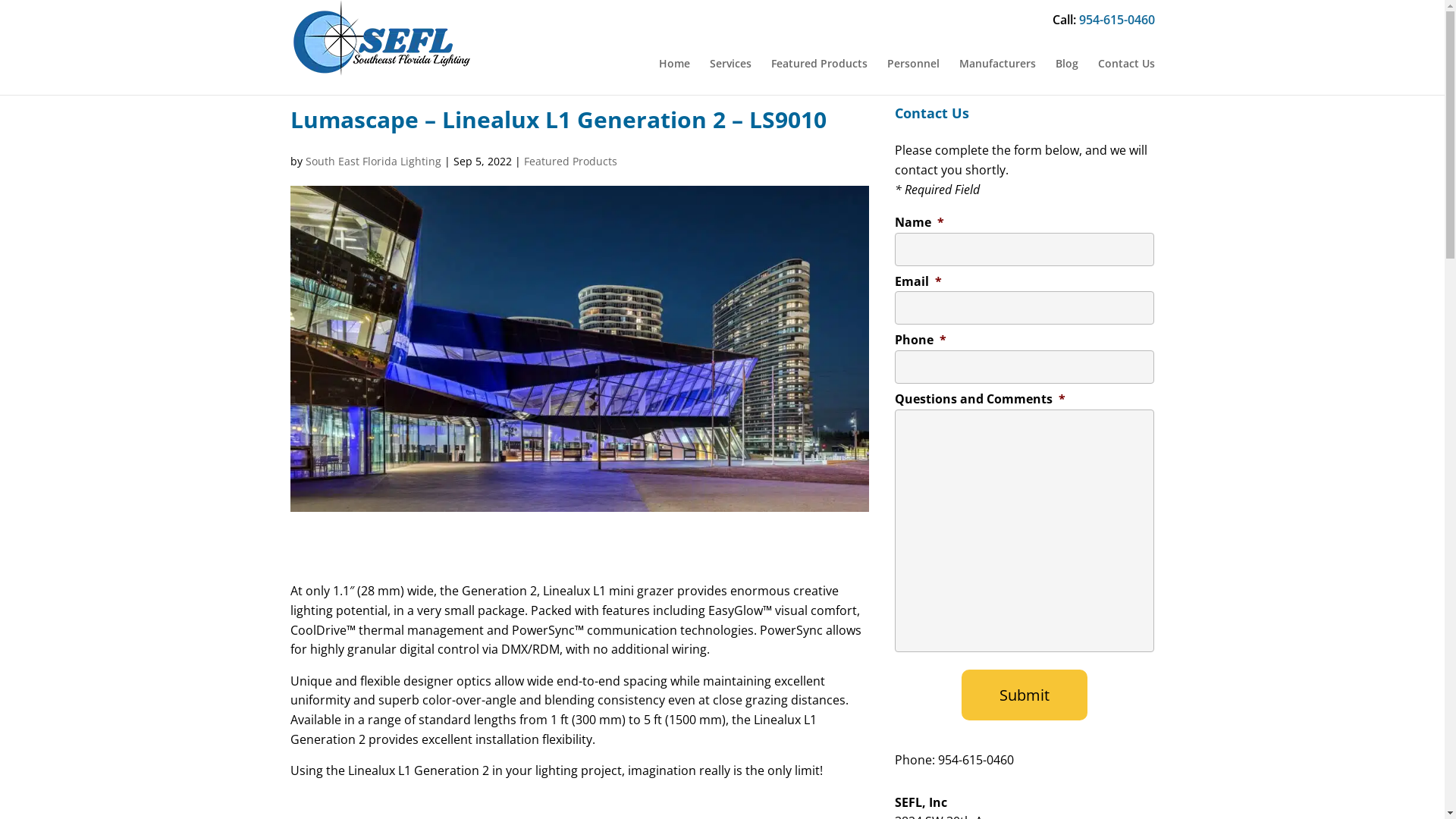  What do you see at coordinates (569, 161) in the screenshot?
I see `'Featured Products'` at bounding box center [569, 161].